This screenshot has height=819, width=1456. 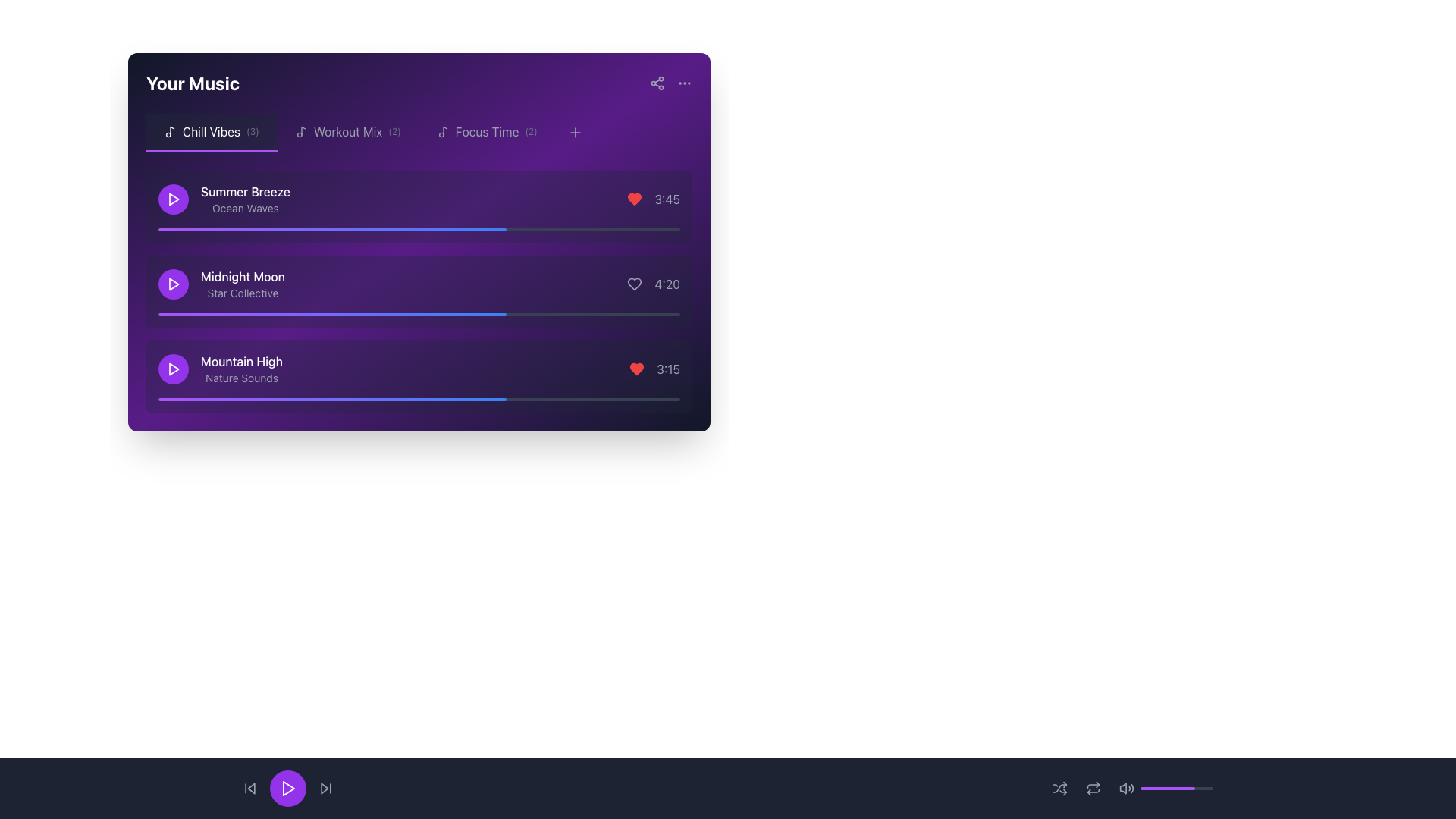 What do you see at coordinates (192, 83) in the screenshot?
I see `the text 'Your Music', which is styled in bold and enlarged white font, located at the top-left of the dark-themed interface with a purple gradient background` at bounding box center [192, 83].